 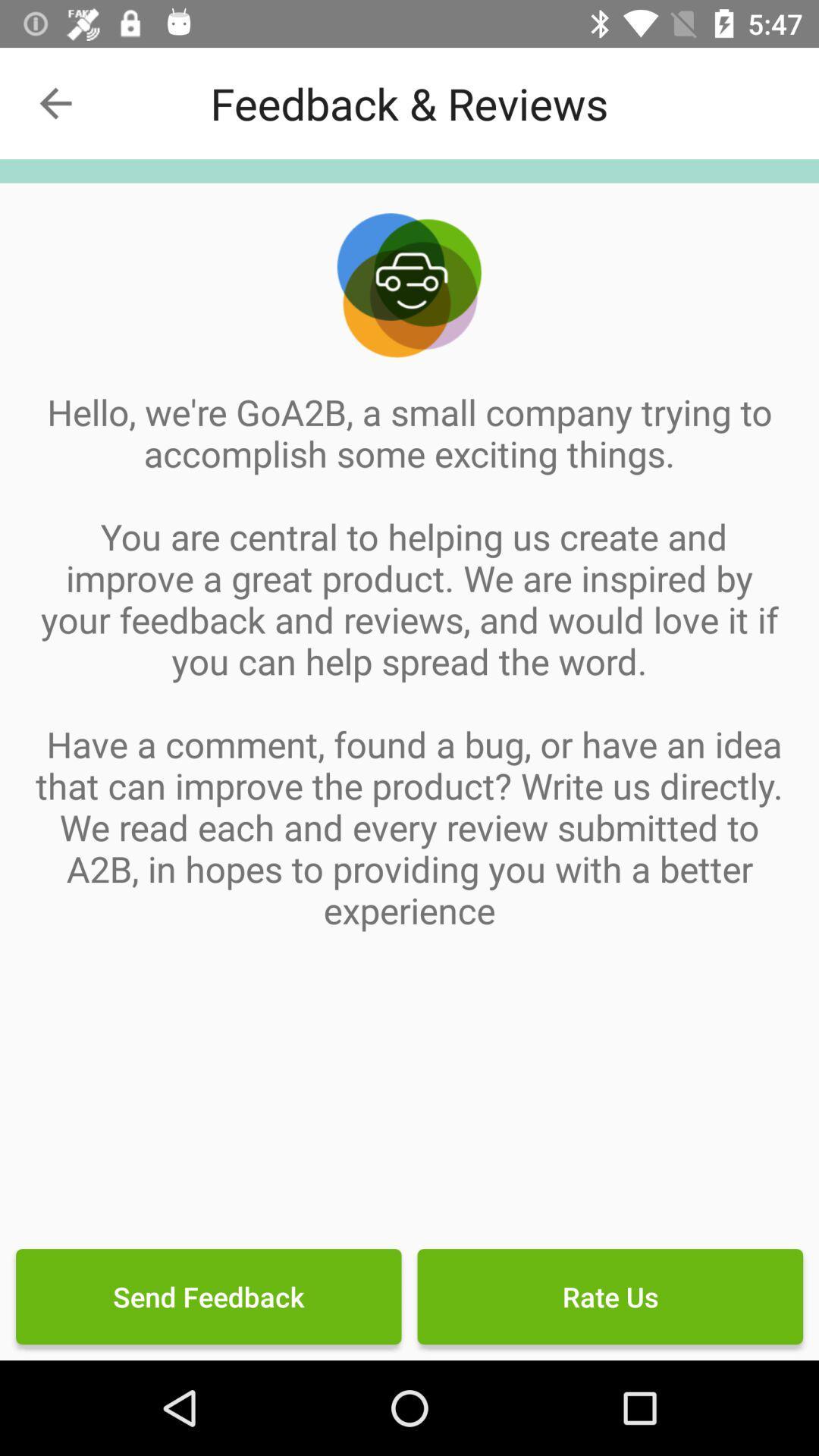 I want to click on send feedback icon, so click(x=209, y=1295).